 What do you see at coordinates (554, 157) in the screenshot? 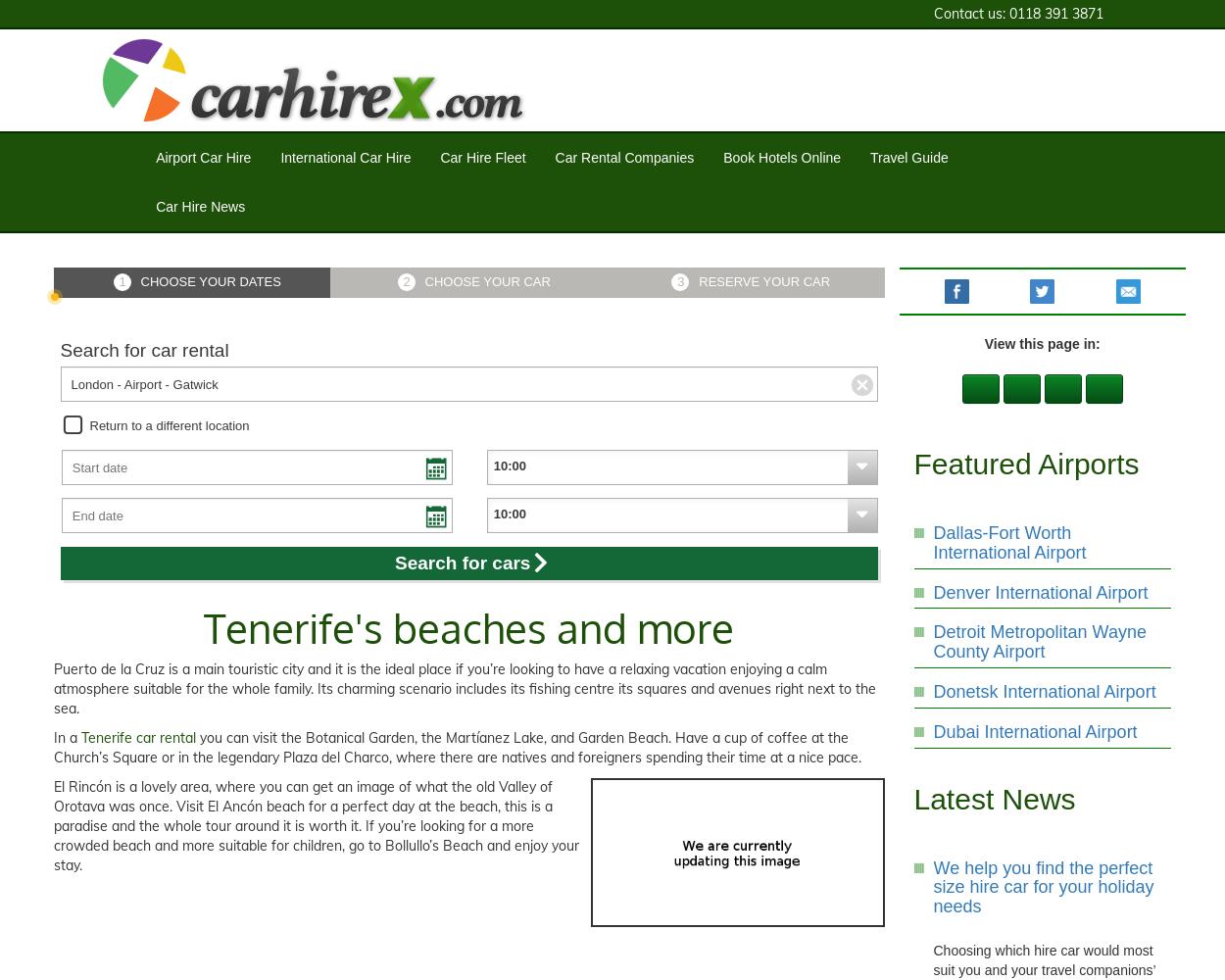
I see `'Car Rental Companies'` at bounding box center [554, 157].